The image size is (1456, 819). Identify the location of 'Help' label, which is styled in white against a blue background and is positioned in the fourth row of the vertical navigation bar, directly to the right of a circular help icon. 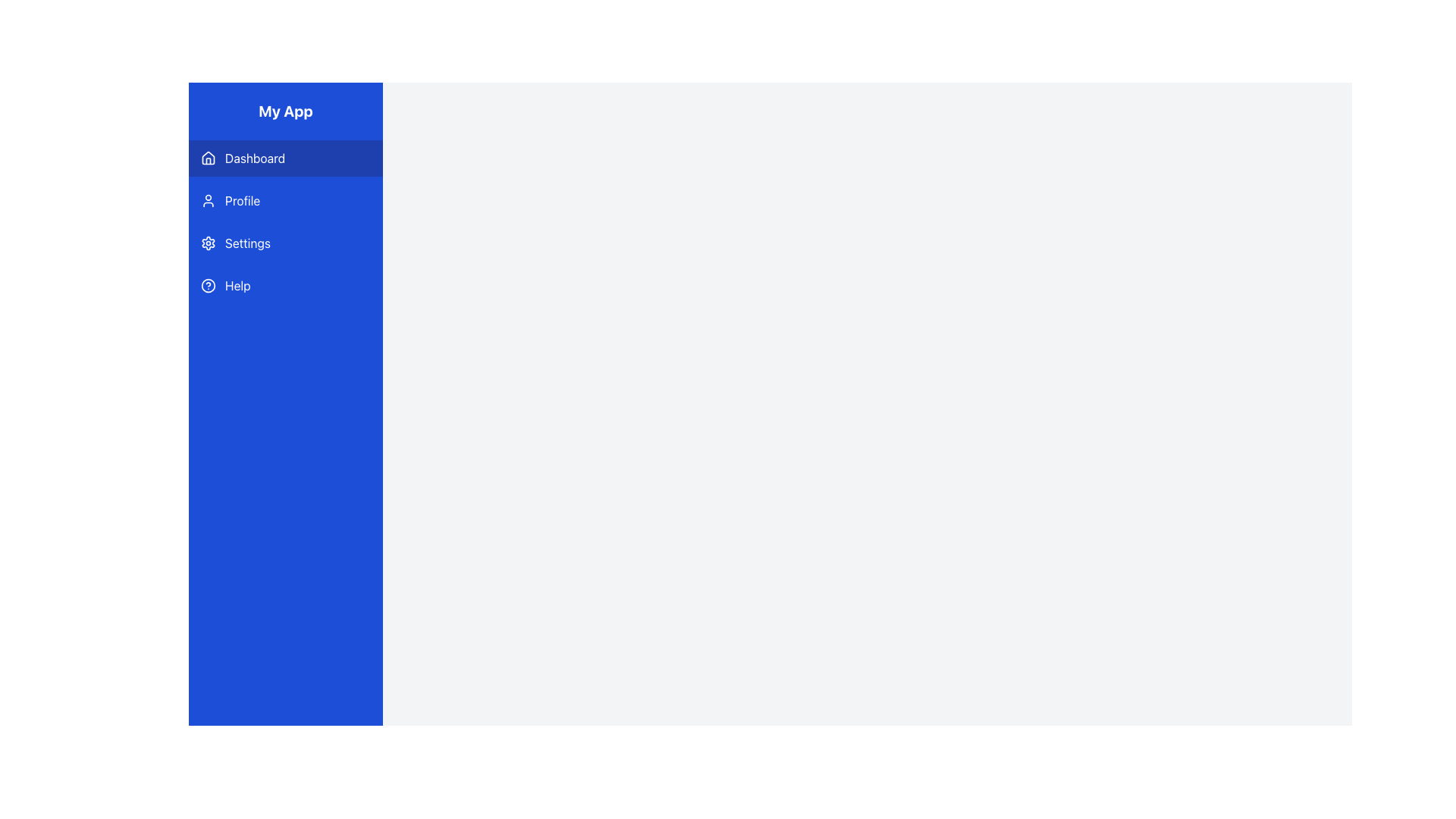
(237, 286).